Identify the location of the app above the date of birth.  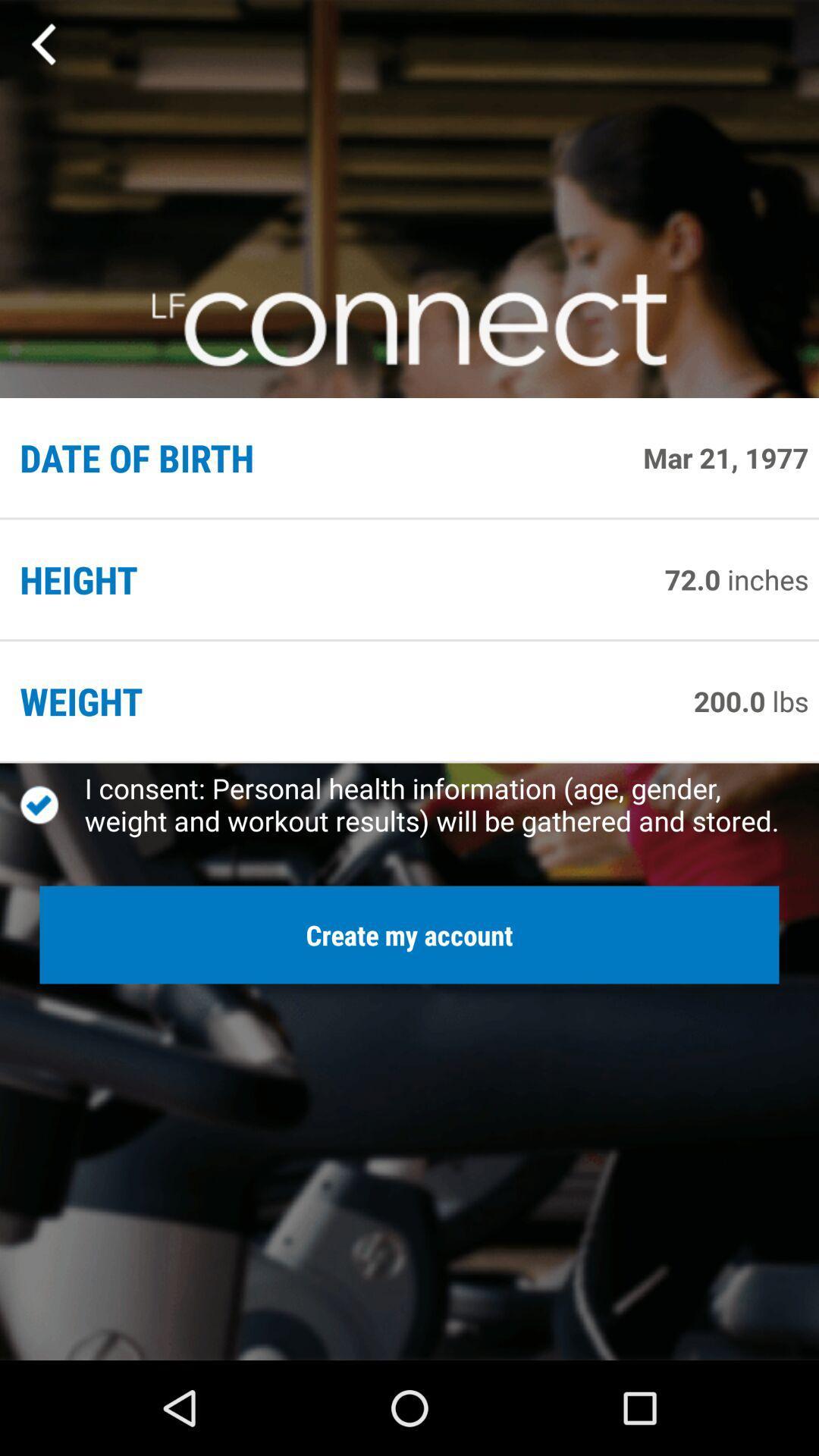
(44, 45).